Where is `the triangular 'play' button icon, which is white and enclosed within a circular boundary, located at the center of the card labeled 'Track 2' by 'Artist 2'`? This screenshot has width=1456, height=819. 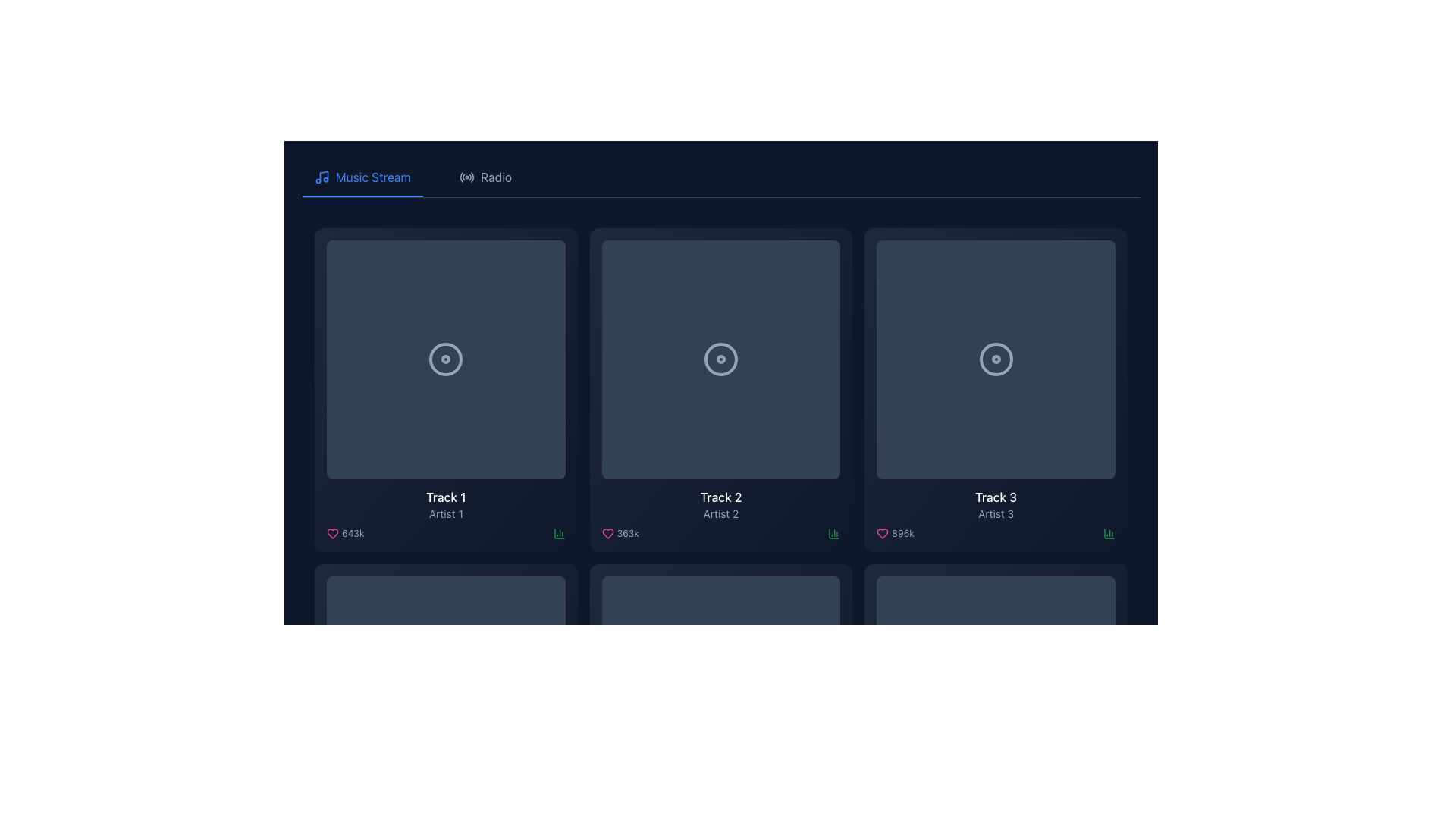 the triangular 'play' button icon, which is white and enclosed within a circular boundary, located at the center of the card labeled 'Track 2' by 'Artist 2' is located at coordinates (721, 359).